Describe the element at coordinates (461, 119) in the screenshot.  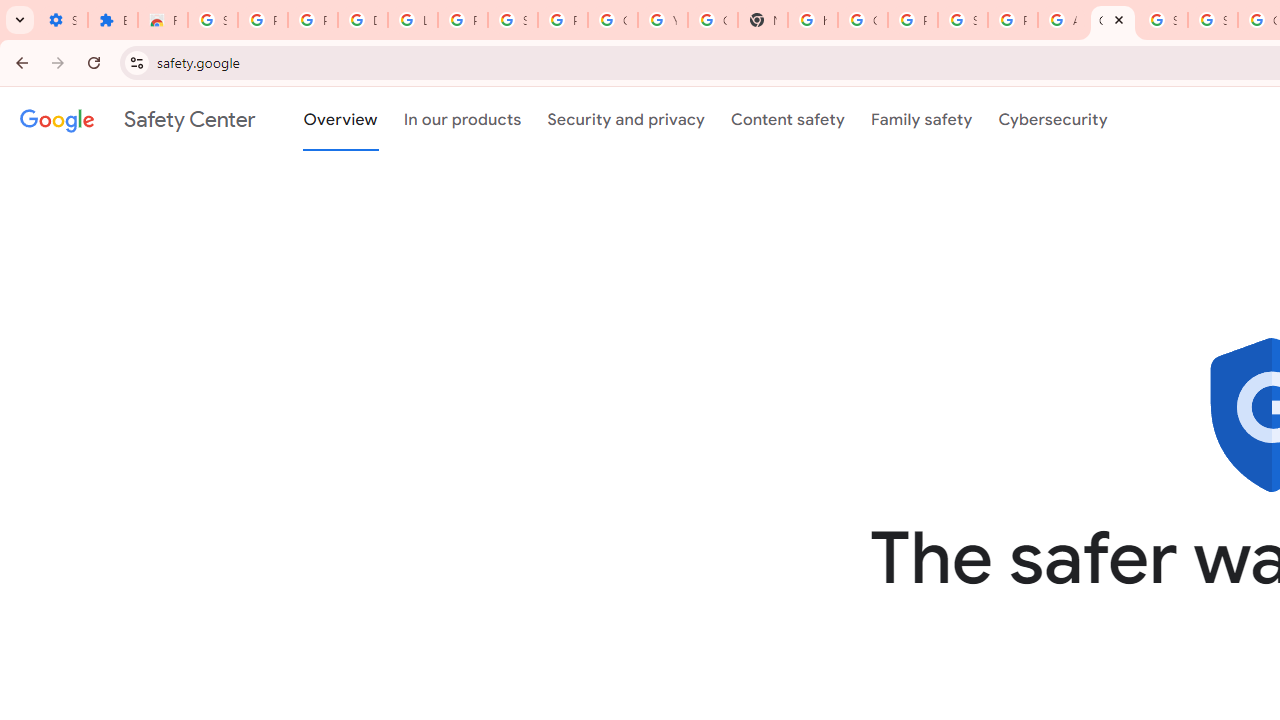
I see `'In our products'` at that location.